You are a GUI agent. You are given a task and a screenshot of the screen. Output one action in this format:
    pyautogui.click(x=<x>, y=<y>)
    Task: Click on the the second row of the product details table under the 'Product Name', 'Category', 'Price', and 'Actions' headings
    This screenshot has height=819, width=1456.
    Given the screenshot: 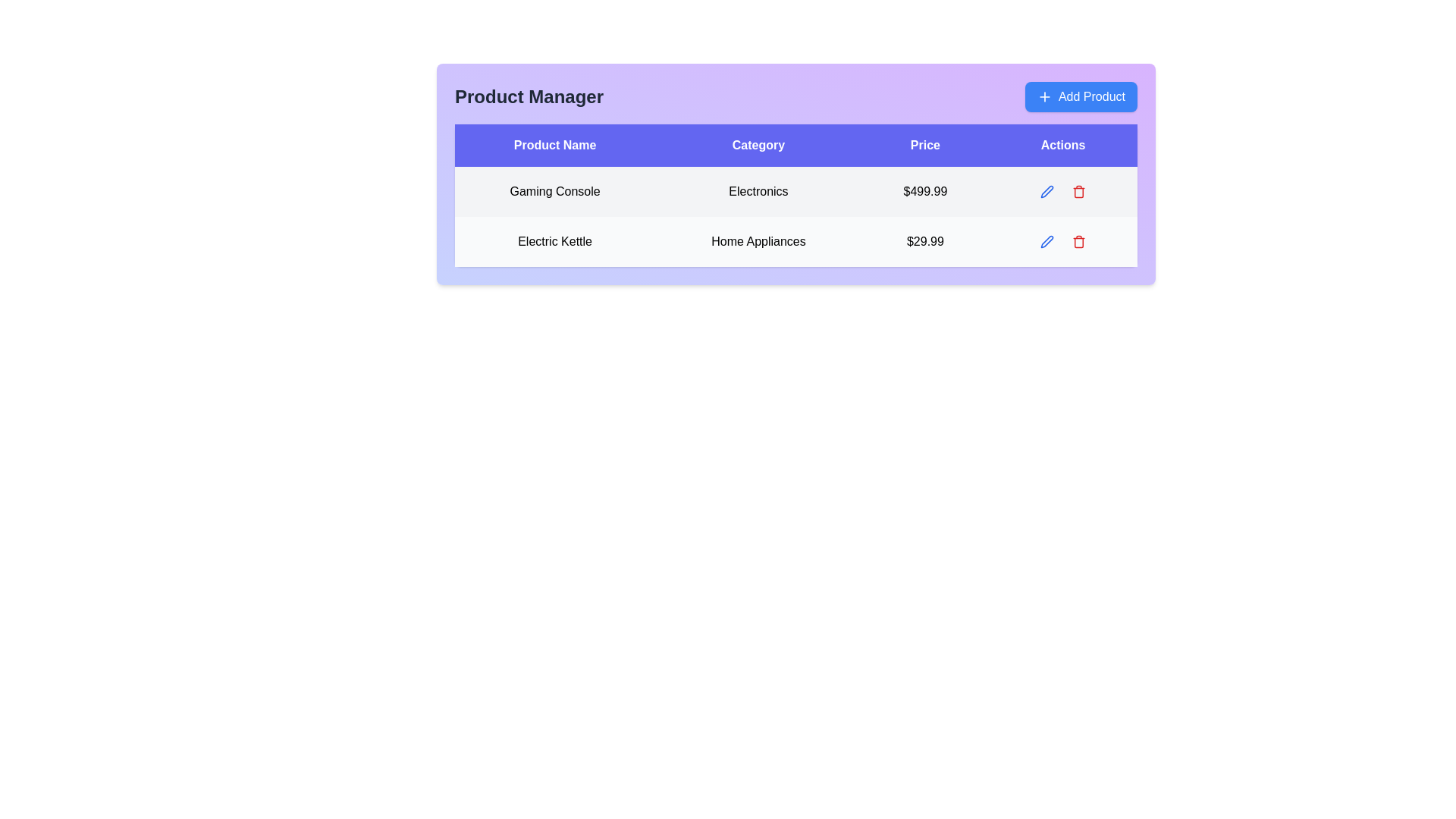 What is the action you would take?
    pyautogui.click(x=795, y=216)
    